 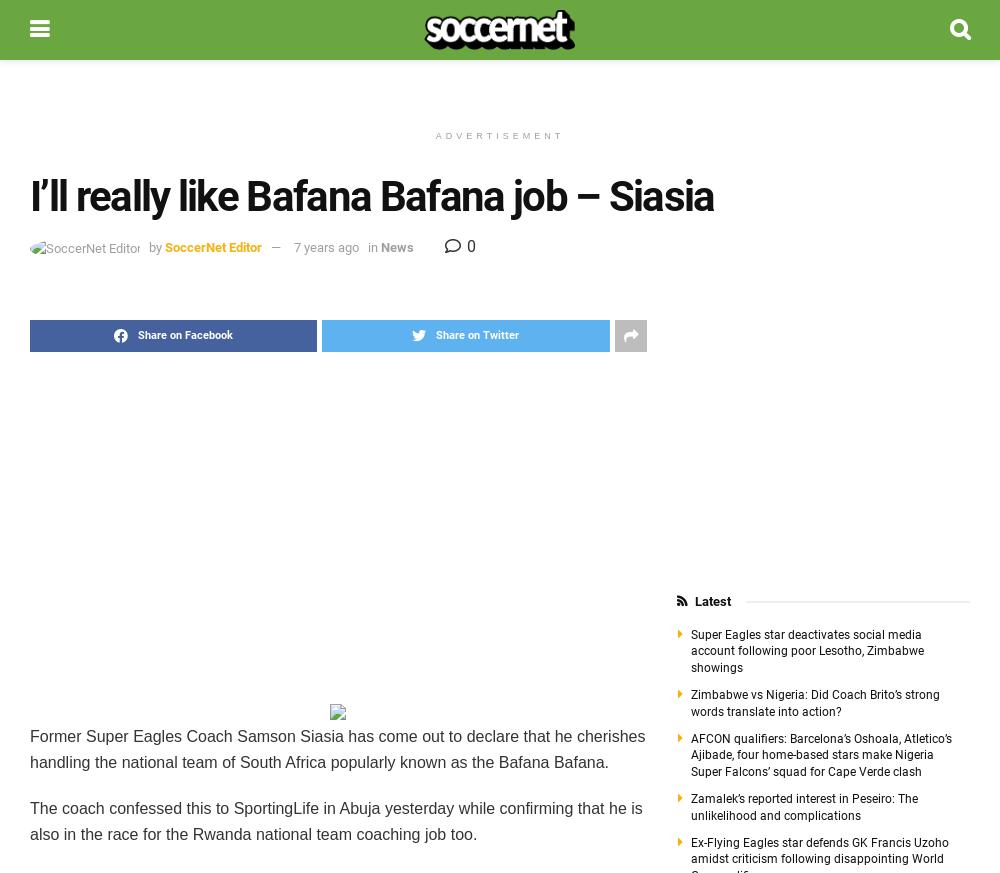 What do you see at coordinates (806, 650) in the screenshot?
I see `'Super Eagles star deactivates social media account following poor Lesotho, Zimbabwe showings'` at bounding box center [806, 650].